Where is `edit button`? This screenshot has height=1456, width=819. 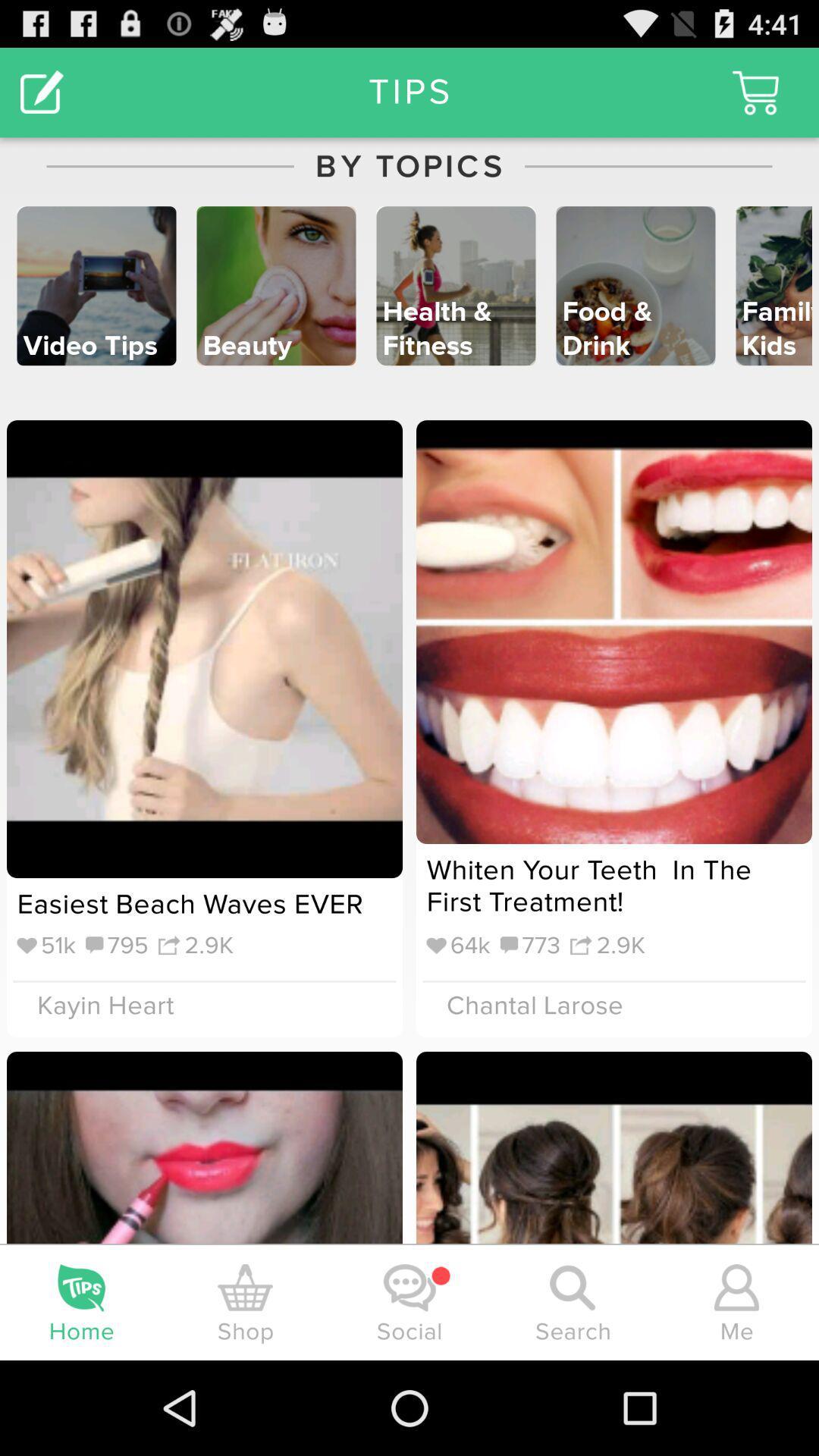 edit button is located at coordinates (41, 91).